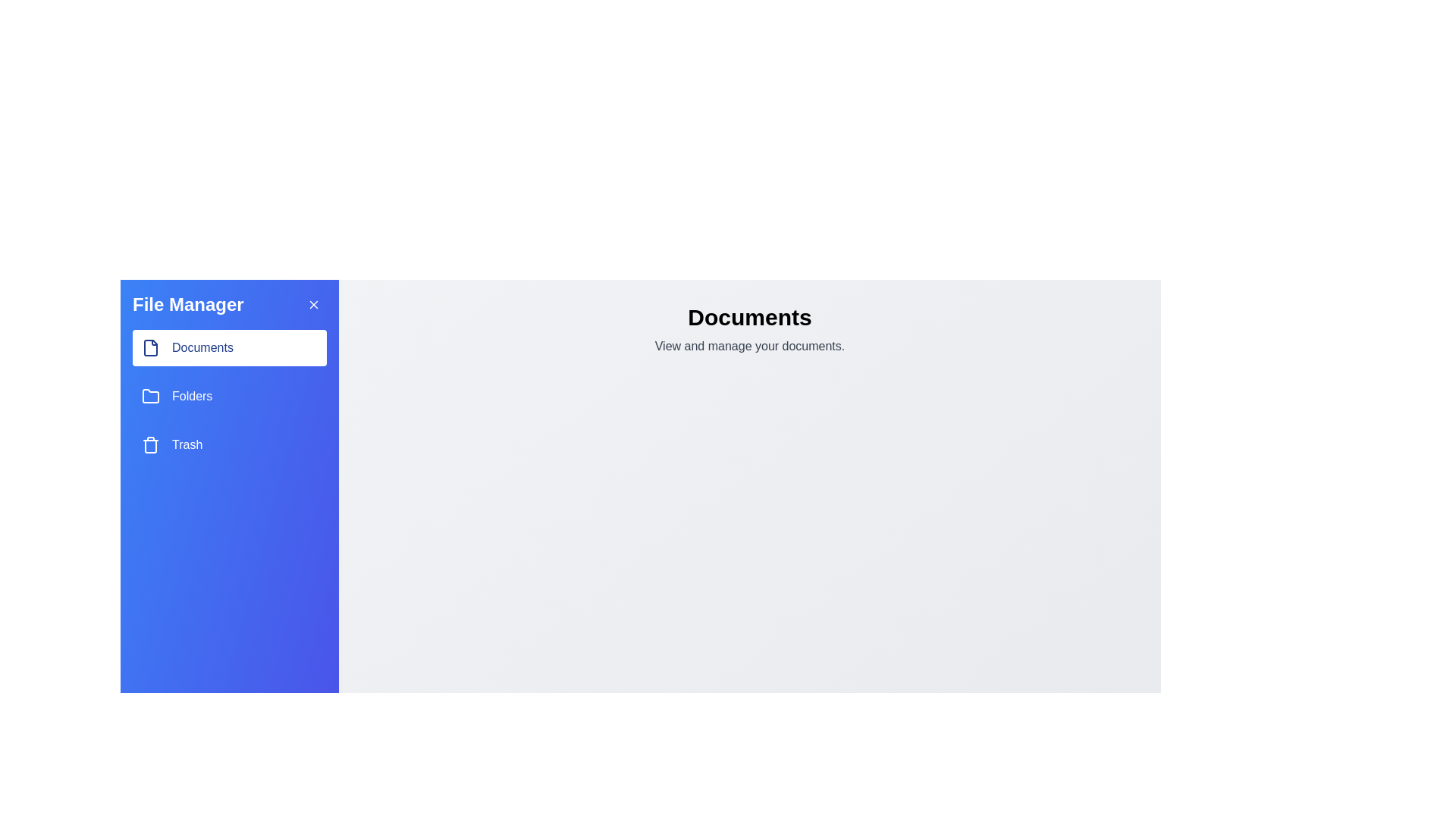  Describe the element at coordinates (228, 396) in the screenshot. I see `the Folders in the sidebar` at that location.